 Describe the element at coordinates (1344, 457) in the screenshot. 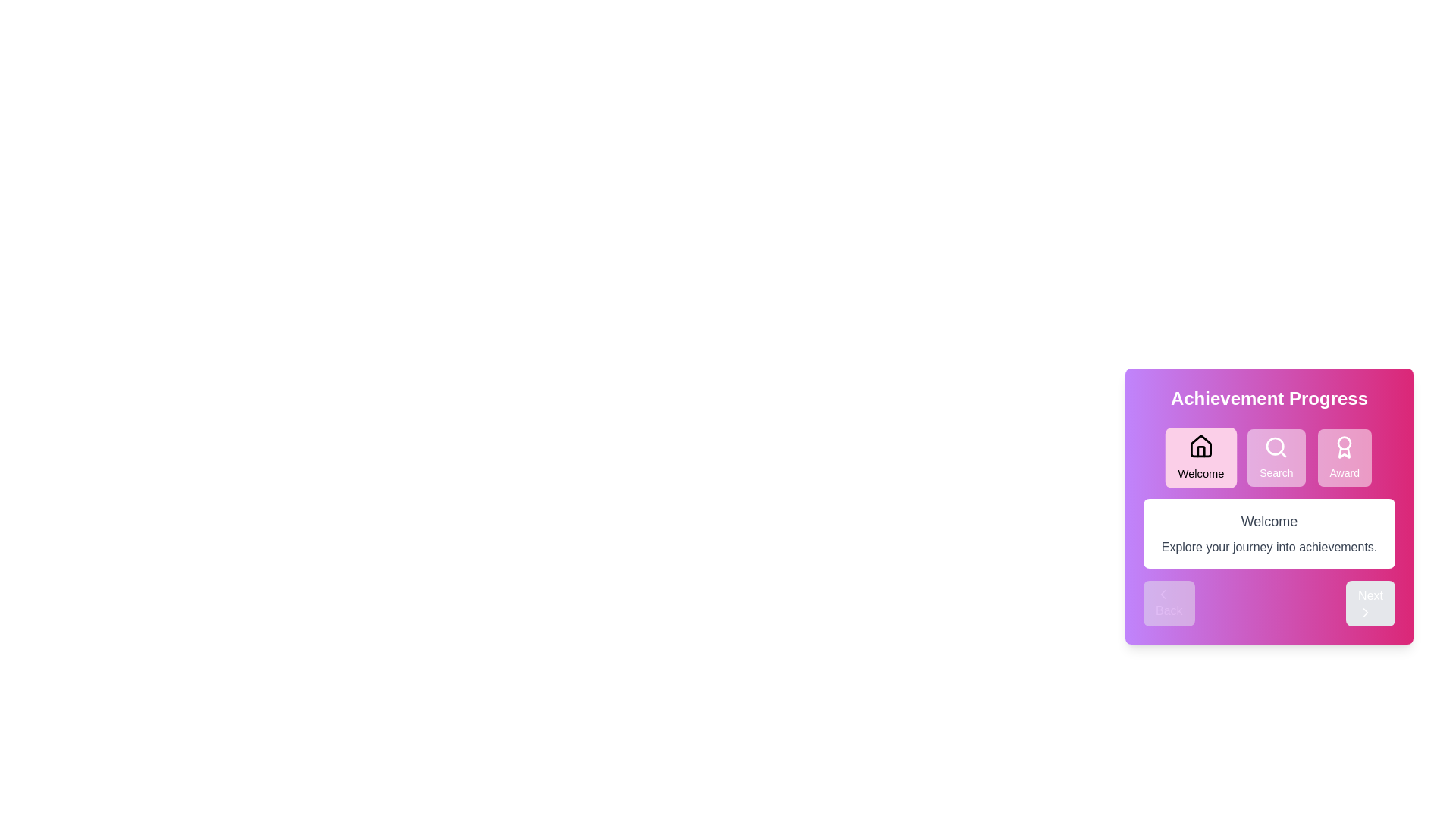

I see `the step button labeled Award to navigate to the respective step` at that location.